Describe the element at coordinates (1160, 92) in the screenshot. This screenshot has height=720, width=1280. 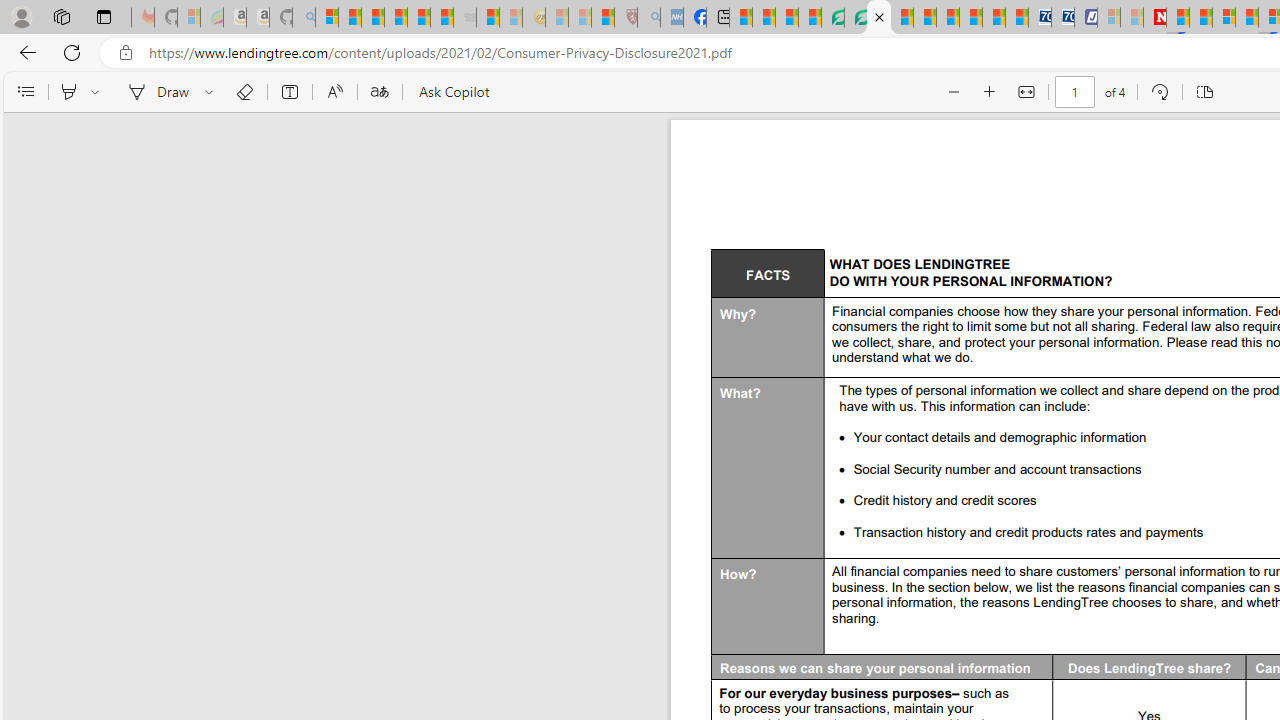
I see `'Rotate (Ctrl+])'` at that location.